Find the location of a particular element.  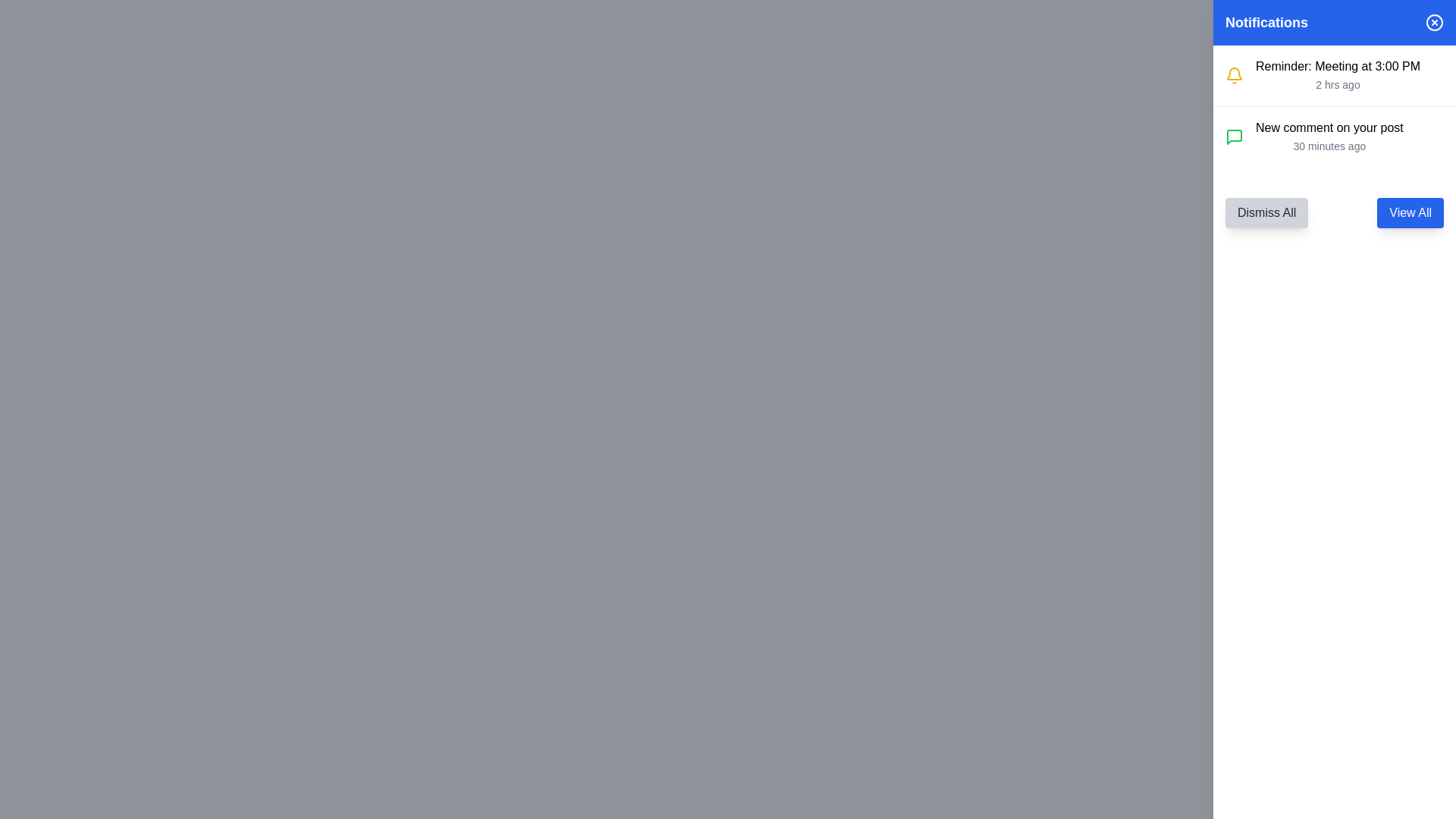

the text label reading '2 hrs ago', which is styled in gray and located directly below the 'Reminder: Meeting at 3:00 PM' notification in the notifications panel is located at coordinates (1338, 84).